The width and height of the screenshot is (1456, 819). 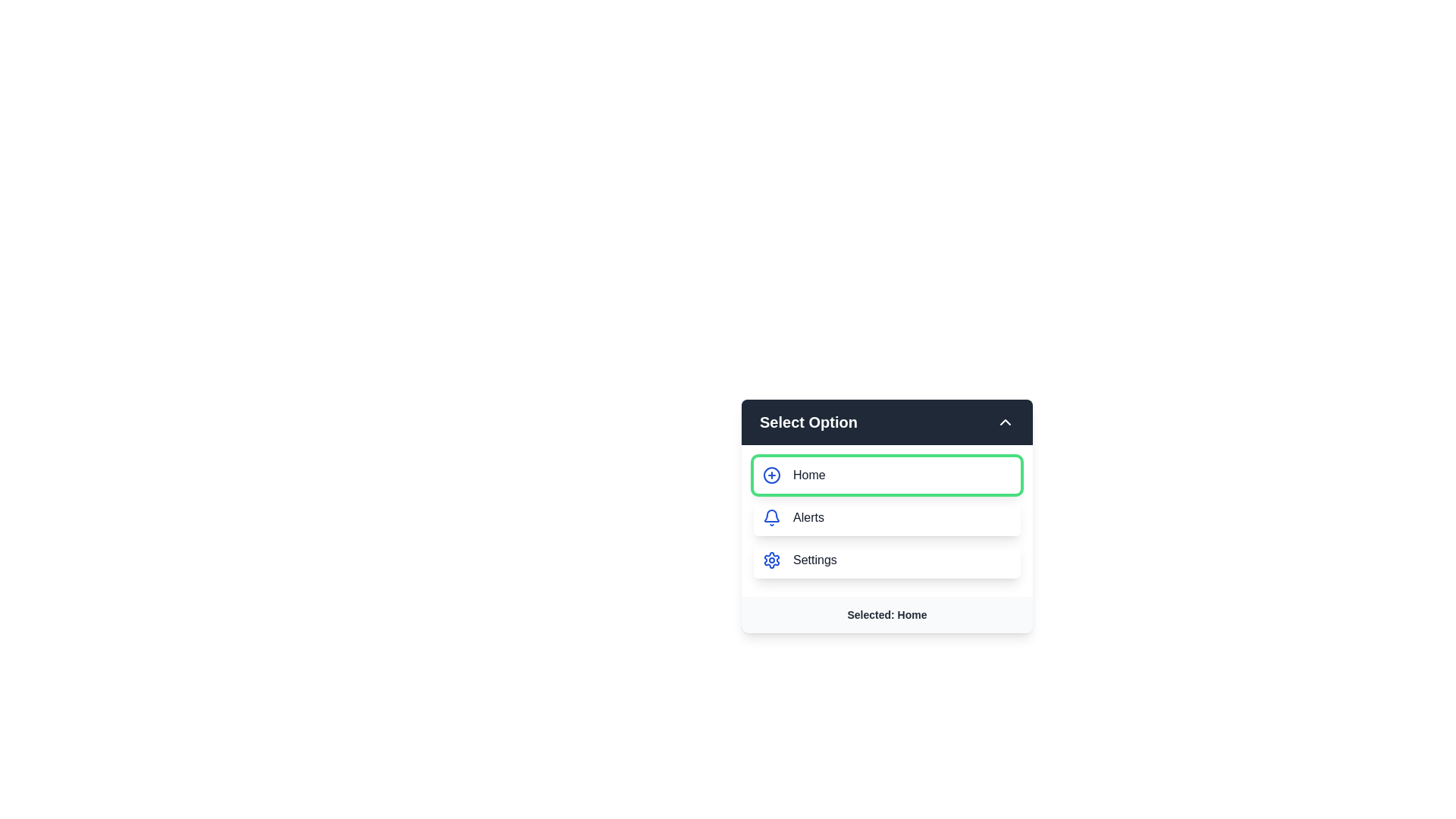 I want to click on 'Settings' label located in the third item of the vertical list within the dropdown menu, positioned below the 'Alerts' option, so click(x=814, y=560).